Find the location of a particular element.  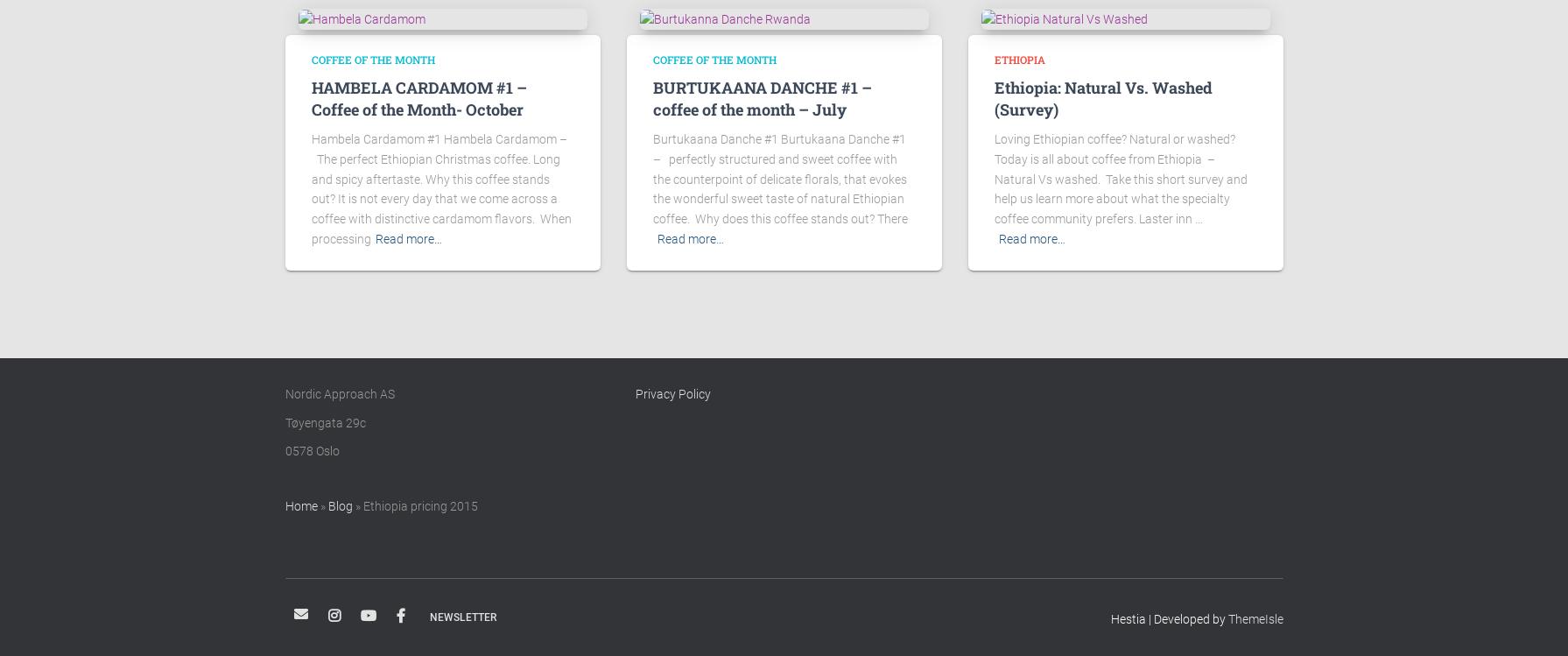

'Burtukaana Danche #1 Burtukaana Danche #1 –   perfectly structured and sweet coffee with the counterpoint of delicate florals, that evokes the wonderful sweet taste of natural Ethiopian coffee.  Why does this coffee stands out? There' is located at coordinates (779, 178).